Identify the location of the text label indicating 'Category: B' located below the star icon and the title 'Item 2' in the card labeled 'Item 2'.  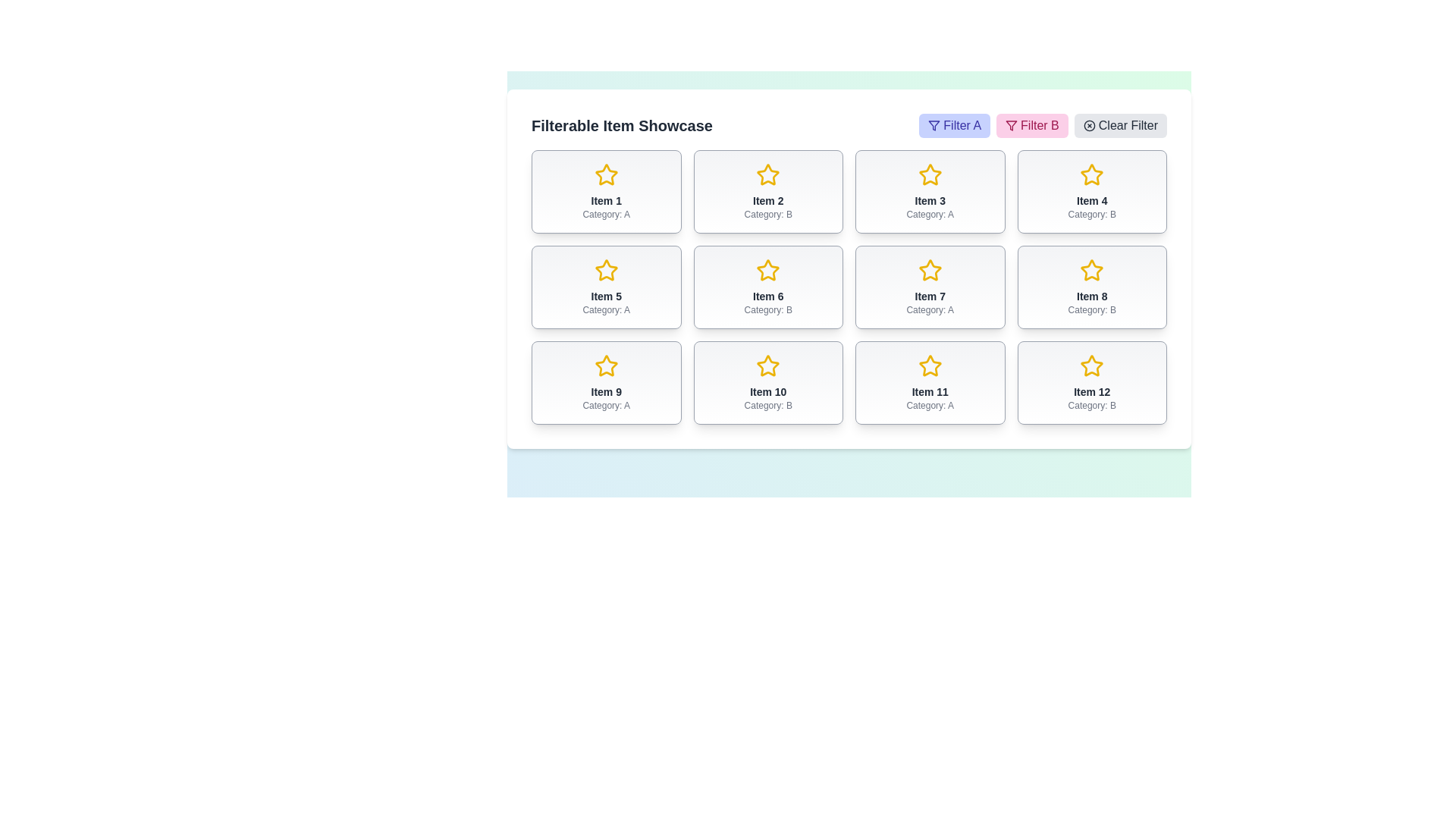
(768, 214).